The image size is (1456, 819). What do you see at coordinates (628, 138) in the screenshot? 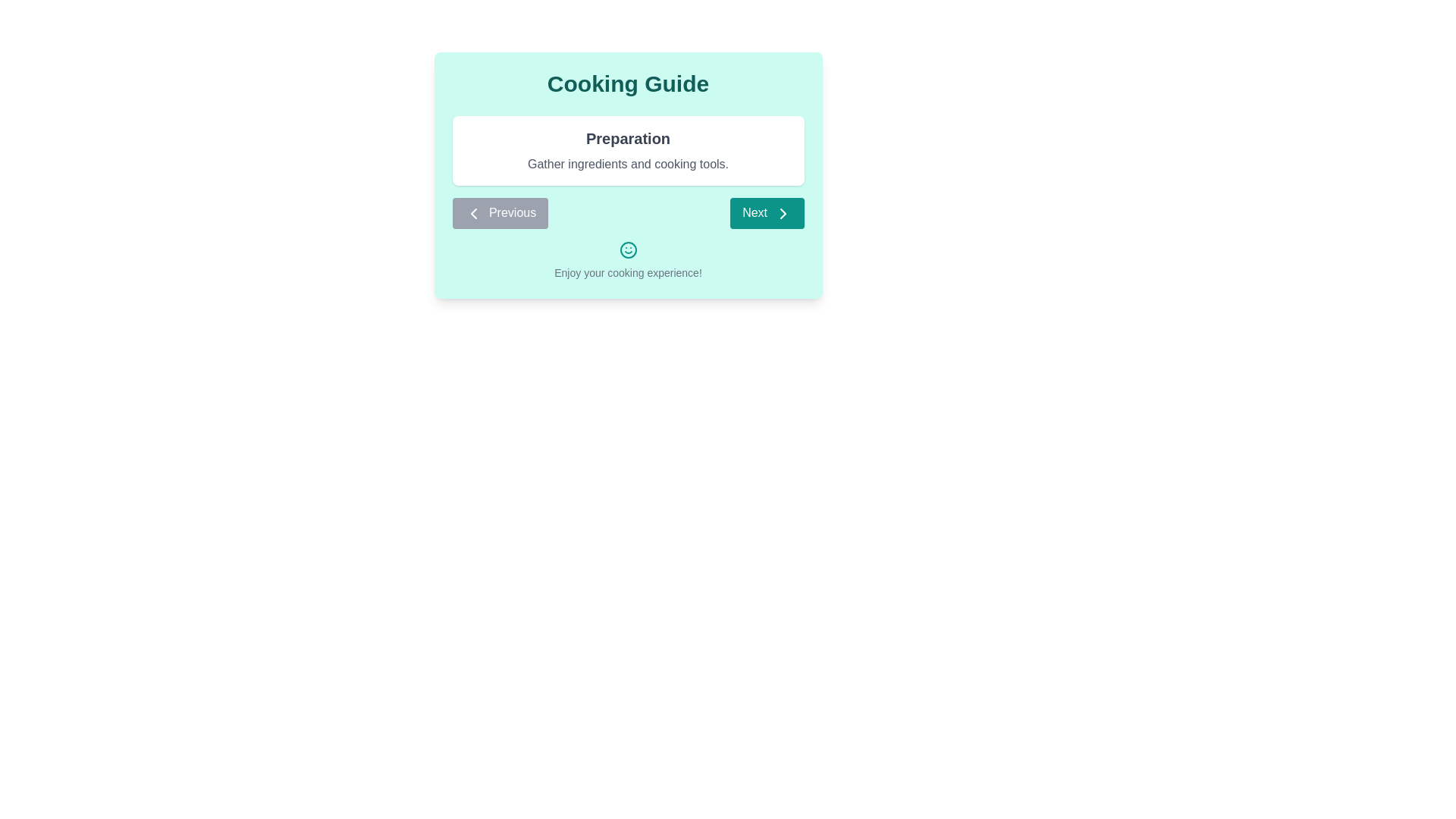
I see `the static text header reading 'Preparation'` at bounding box center [628, 138].